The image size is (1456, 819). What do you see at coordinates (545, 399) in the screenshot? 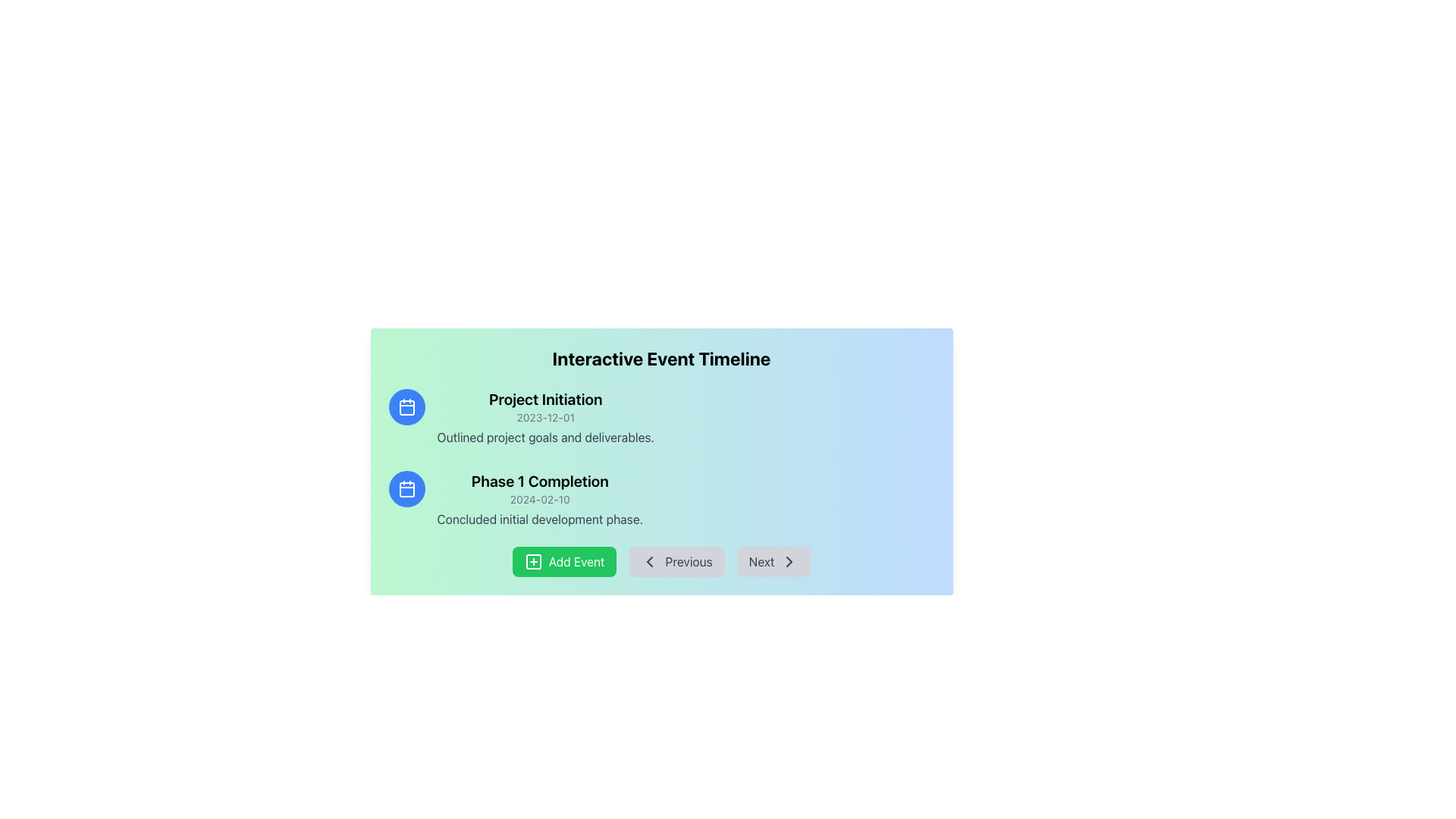
I see `Label or Header Text that serves as the title for the associated project event, located above the date '2023-12-01' and the description 'Outlined project goals and deliverables.'` at bounding box center [545, 399].